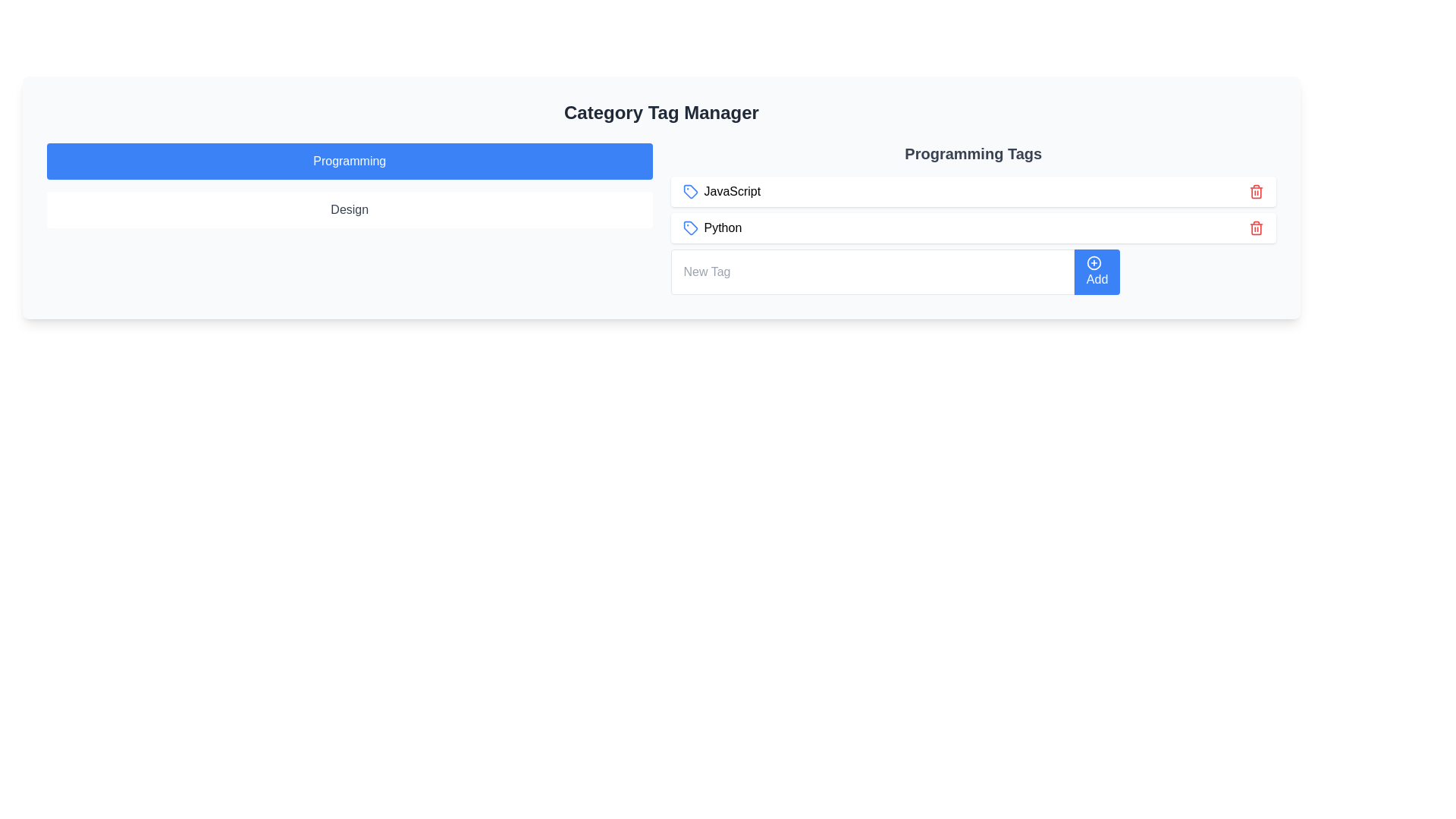  Describe the element at coordinates (1256, 192) in the screenshot. I see `the body of the trash can icon associated with the 'Python' tag in the 'Programming Tags' section` at that location.